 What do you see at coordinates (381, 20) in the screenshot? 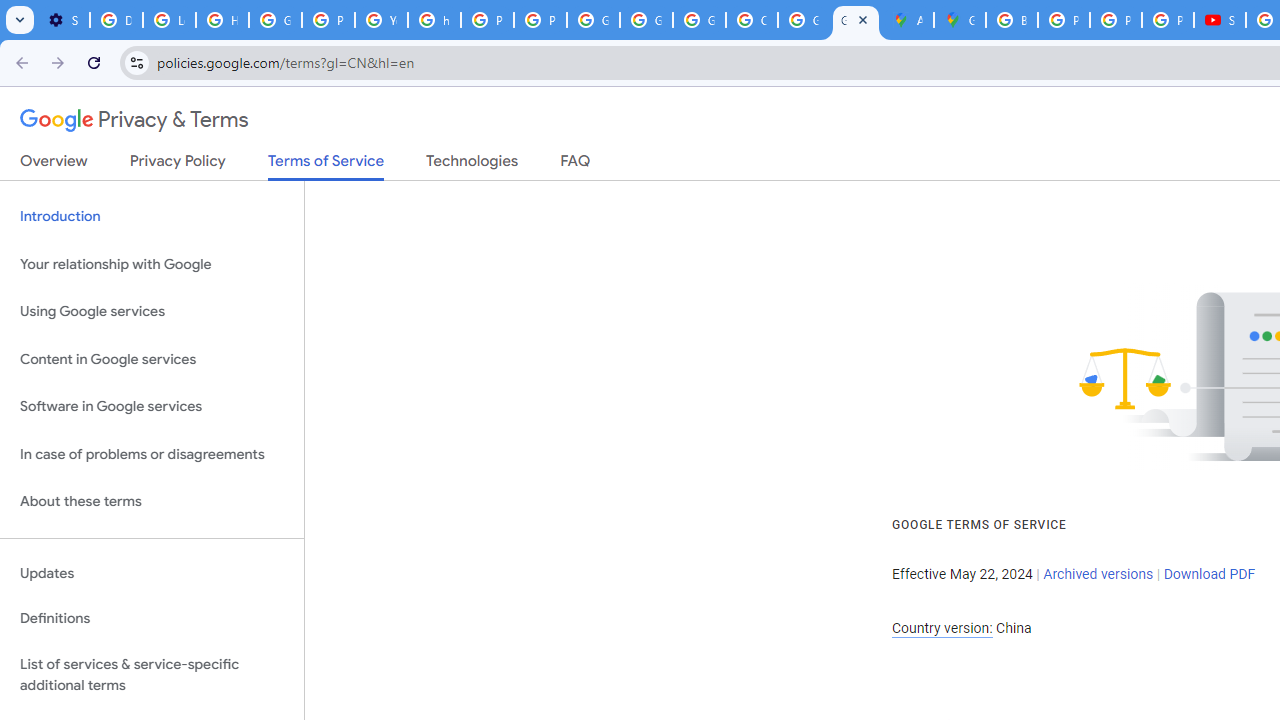
I see `'YouTube'` at bounding box center [381, 20].